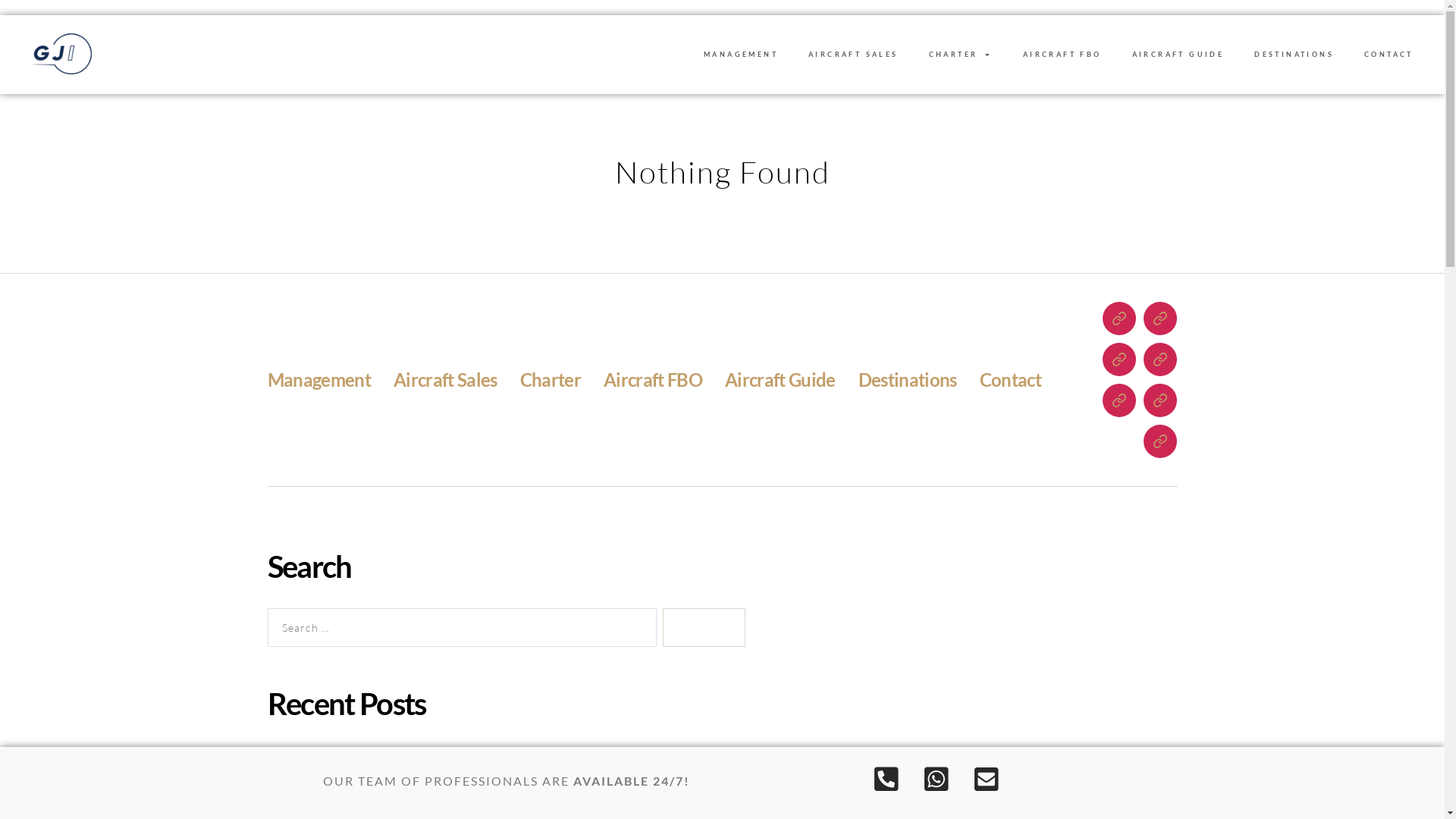  I want to click on 'Aircraft Guide', so click(780, 378).